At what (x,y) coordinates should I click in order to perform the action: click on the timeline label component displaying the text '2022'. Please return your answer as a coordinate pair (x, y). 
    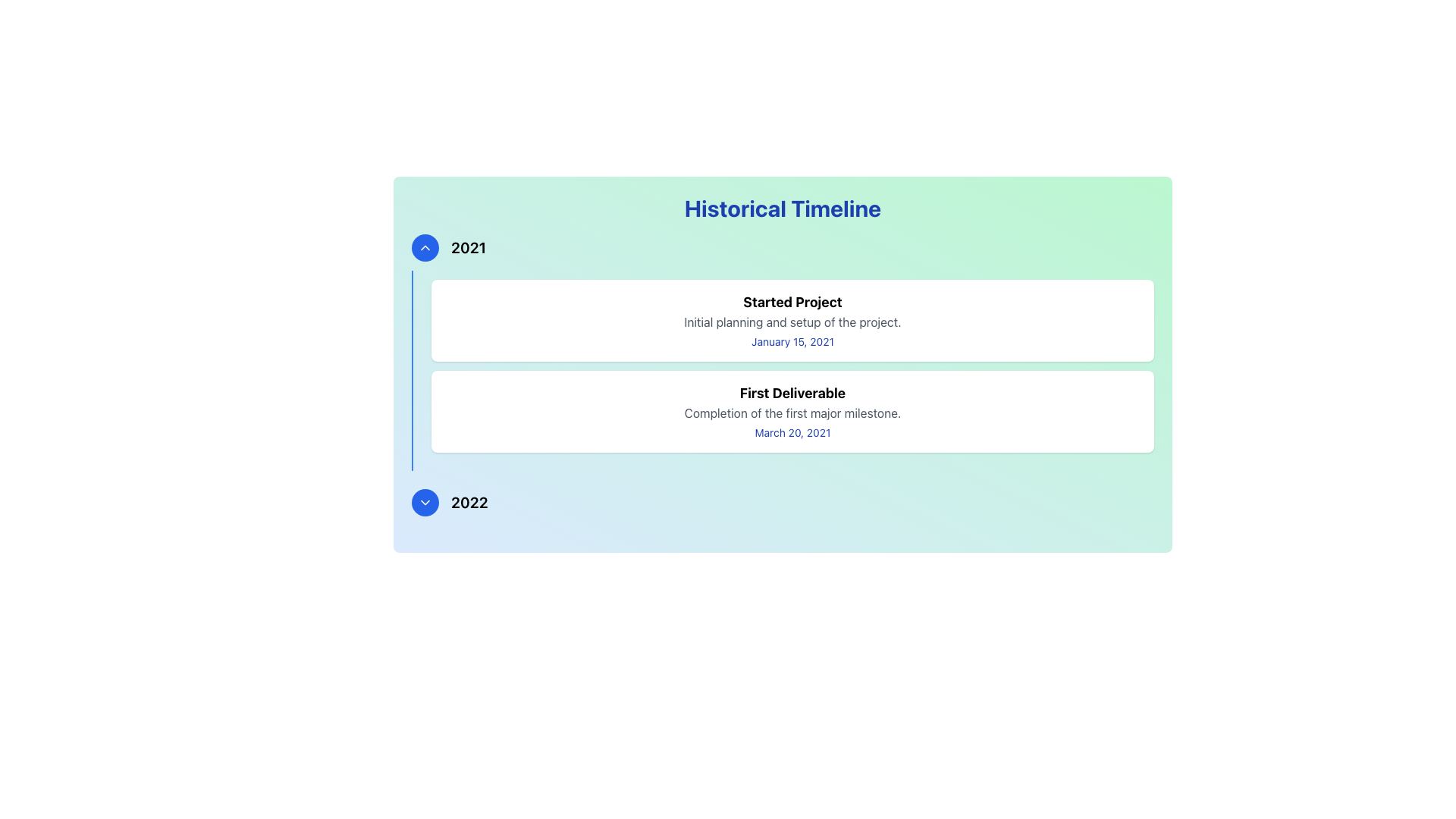
    Looking at the image, I should click on (783, 503).